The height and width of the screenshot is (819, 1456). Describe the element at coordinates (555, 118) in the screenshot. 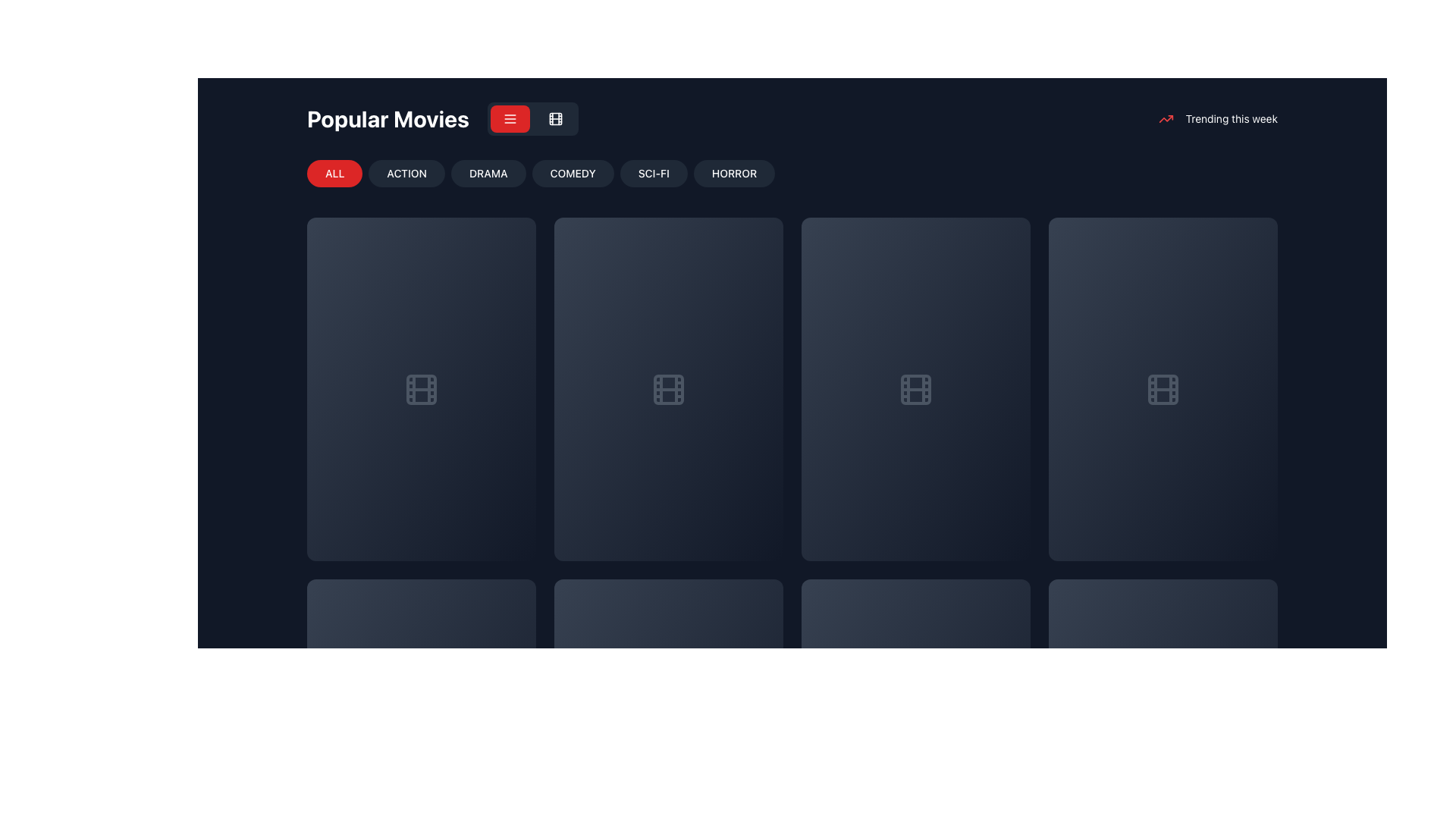

I see `the video reel icon located on the right side of a group of two icons in the top navigation bar to trigger a tooltip or visual feedback` at that location.